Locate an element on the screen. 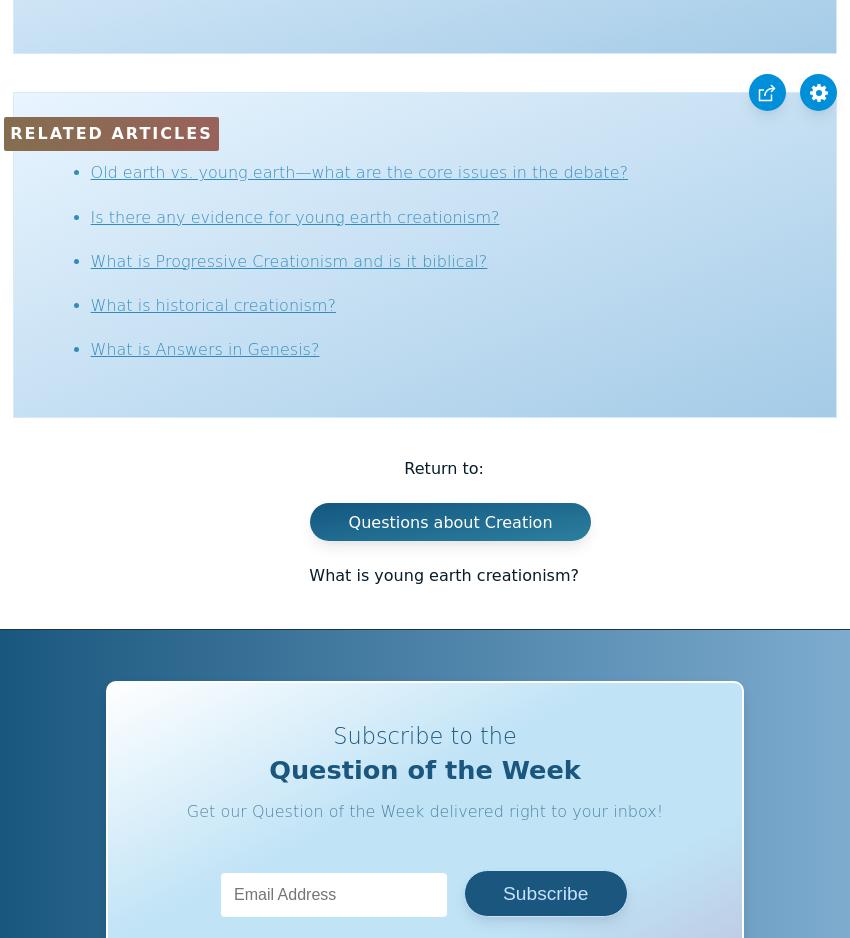 Image resolution: width=850 pixels, height=938 pixels. 'Get our Question of the Week delivered right to your inbox!' is located at coordinates (184, 811).